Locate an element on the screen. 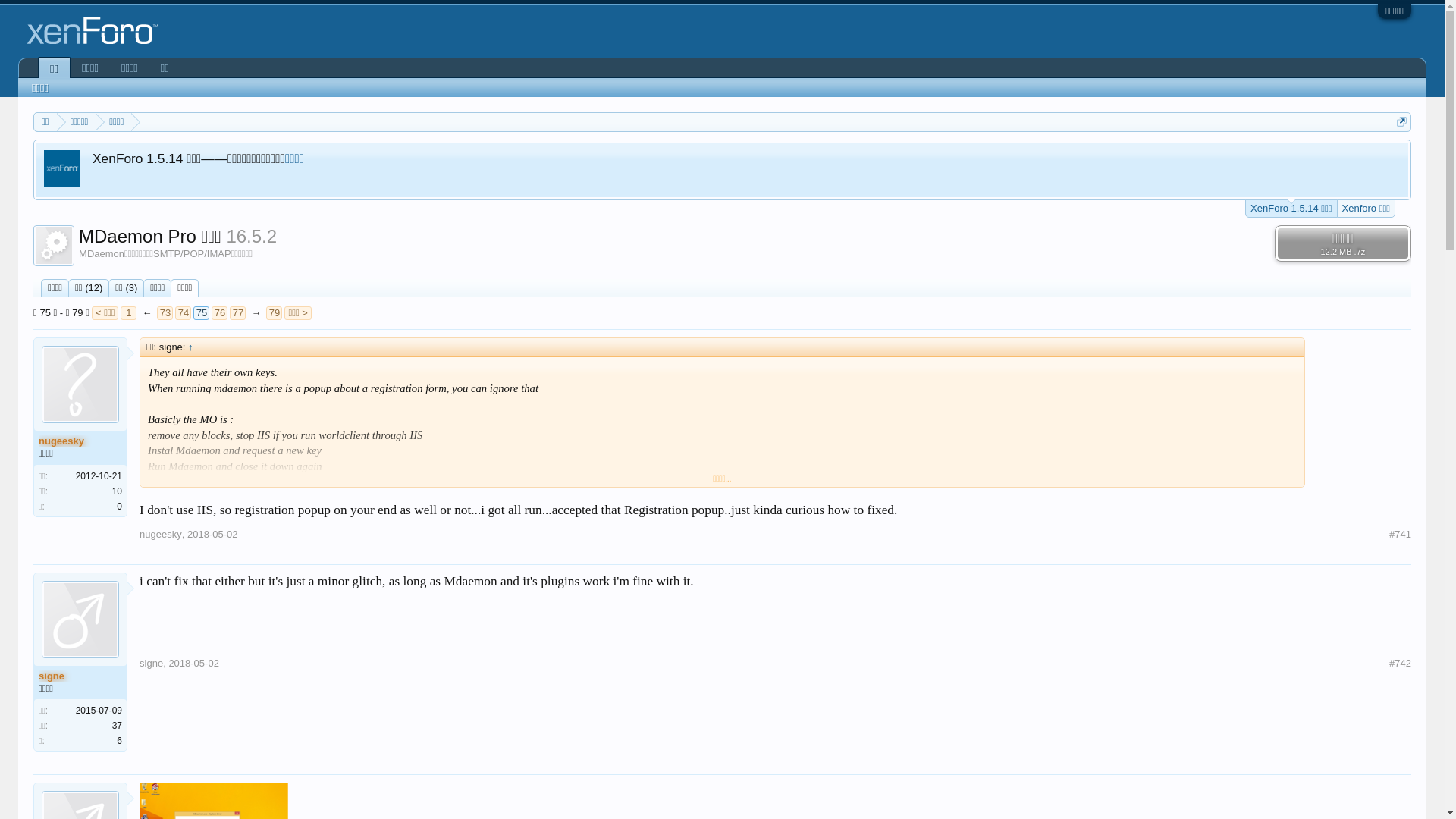 The width and height of the screenshot is (1456, 819). '73' is located at coordinates (165, 312).